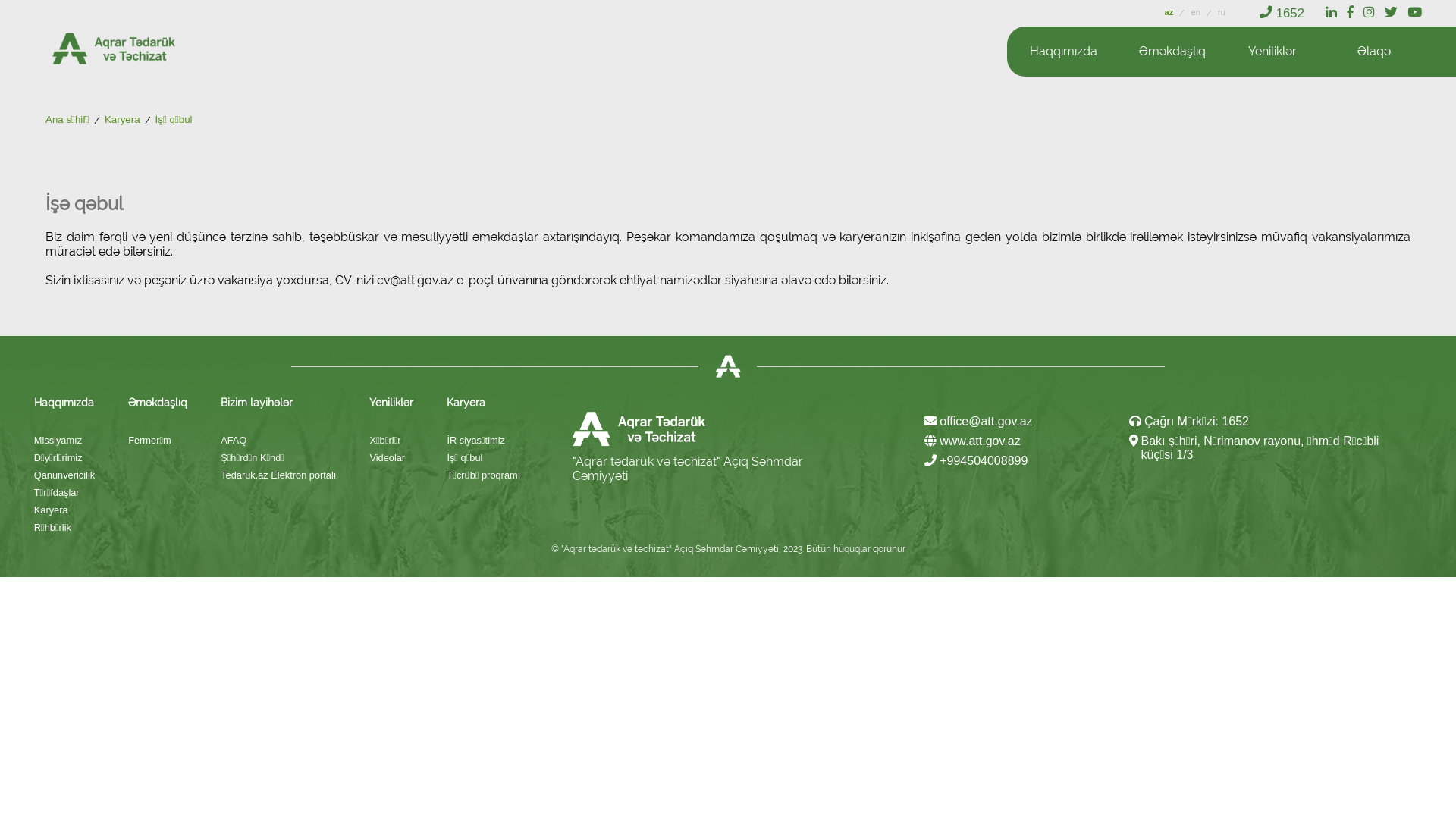 The image size is (1456, 819). What do you see at coordinates (924, 441) in the screenshot?
I see `'www.att.gov.az'` at bounding box center [924, 441].